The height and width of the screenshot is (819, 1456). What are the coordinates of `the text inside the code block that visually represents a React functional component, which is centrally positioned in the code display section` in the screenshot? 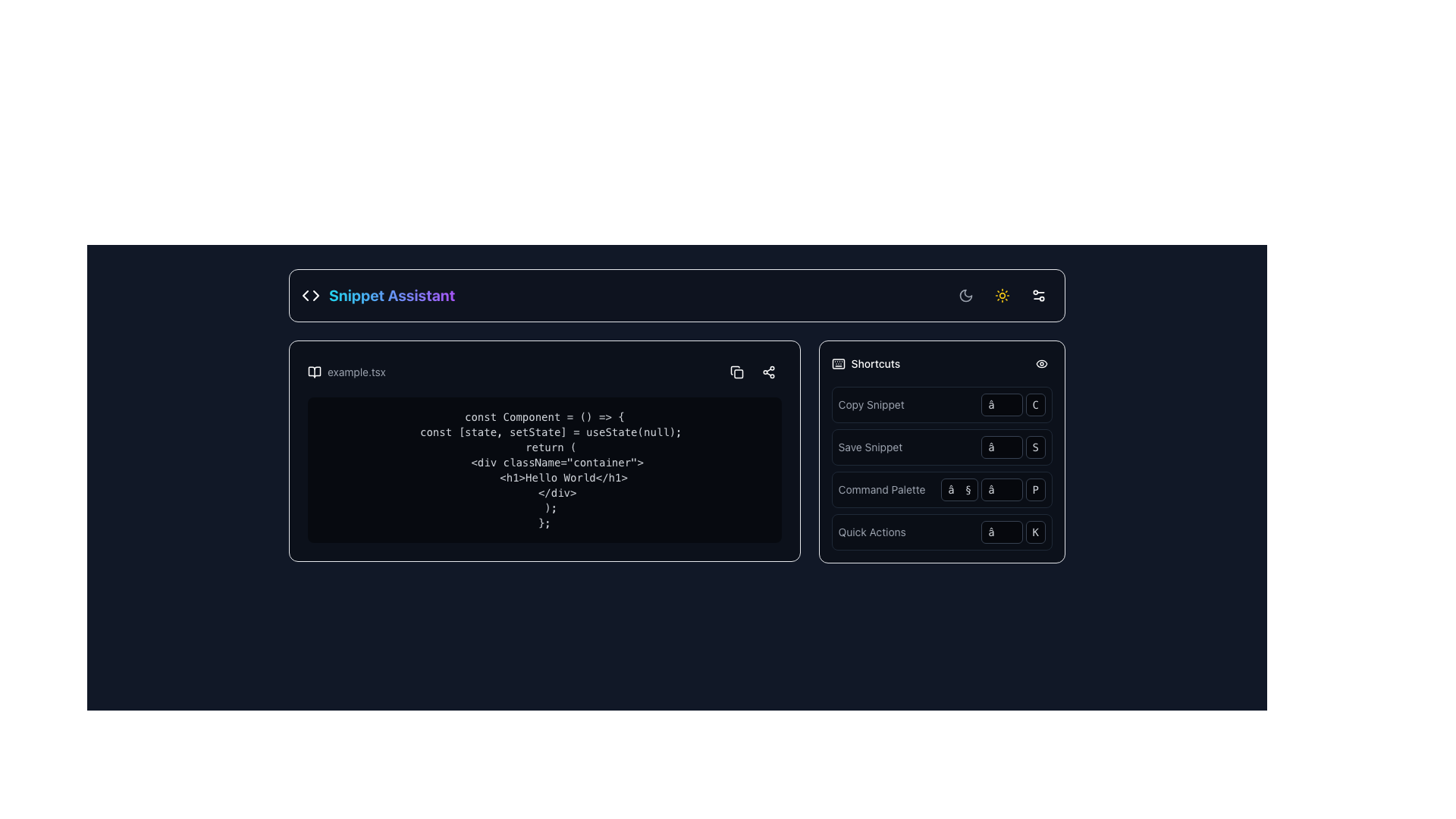 It's located at (544, 469).